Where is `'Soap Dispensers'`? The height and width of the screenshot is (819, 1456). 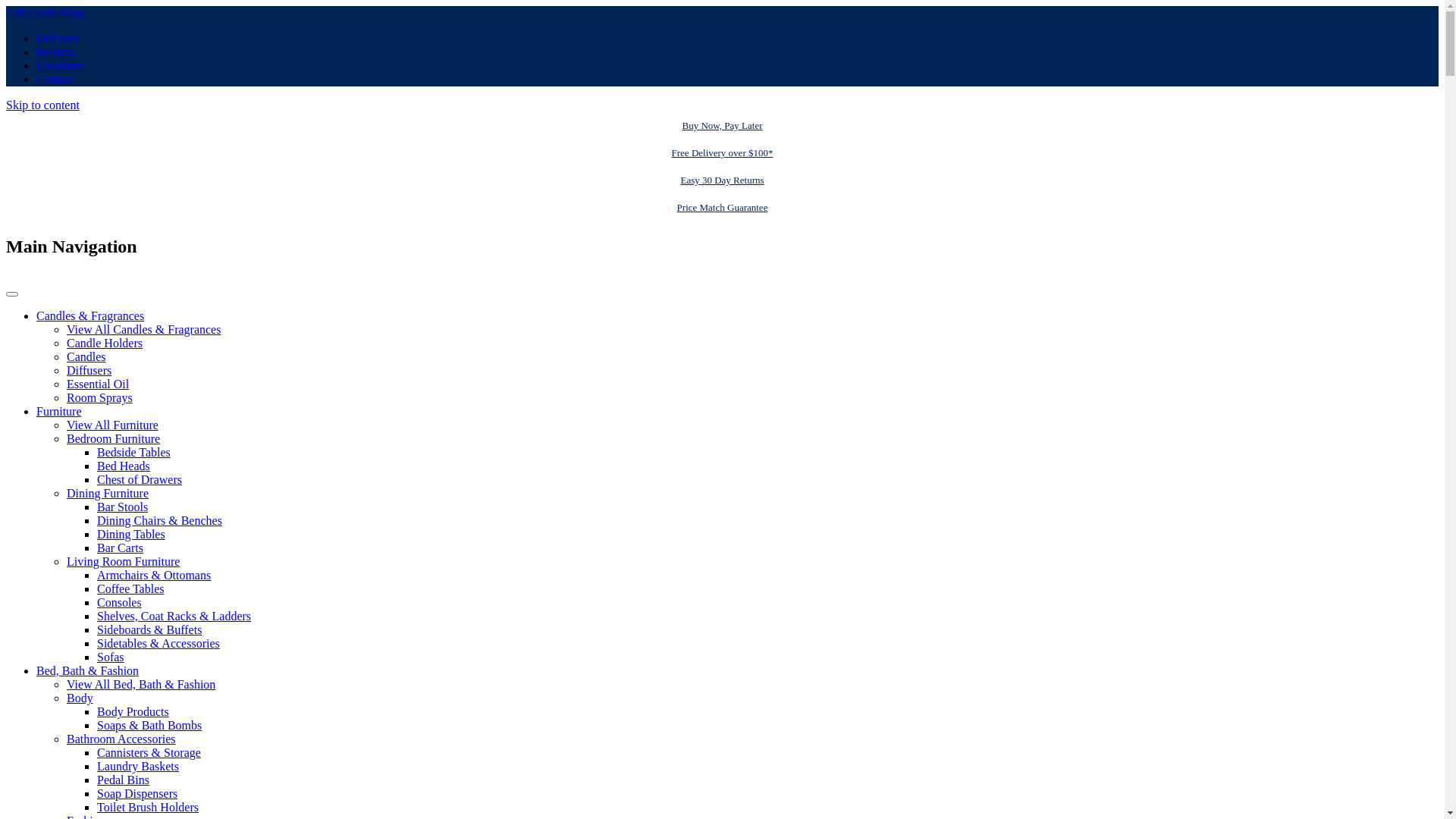 'Soap Dispensers' is located at coordinates (137, 792).